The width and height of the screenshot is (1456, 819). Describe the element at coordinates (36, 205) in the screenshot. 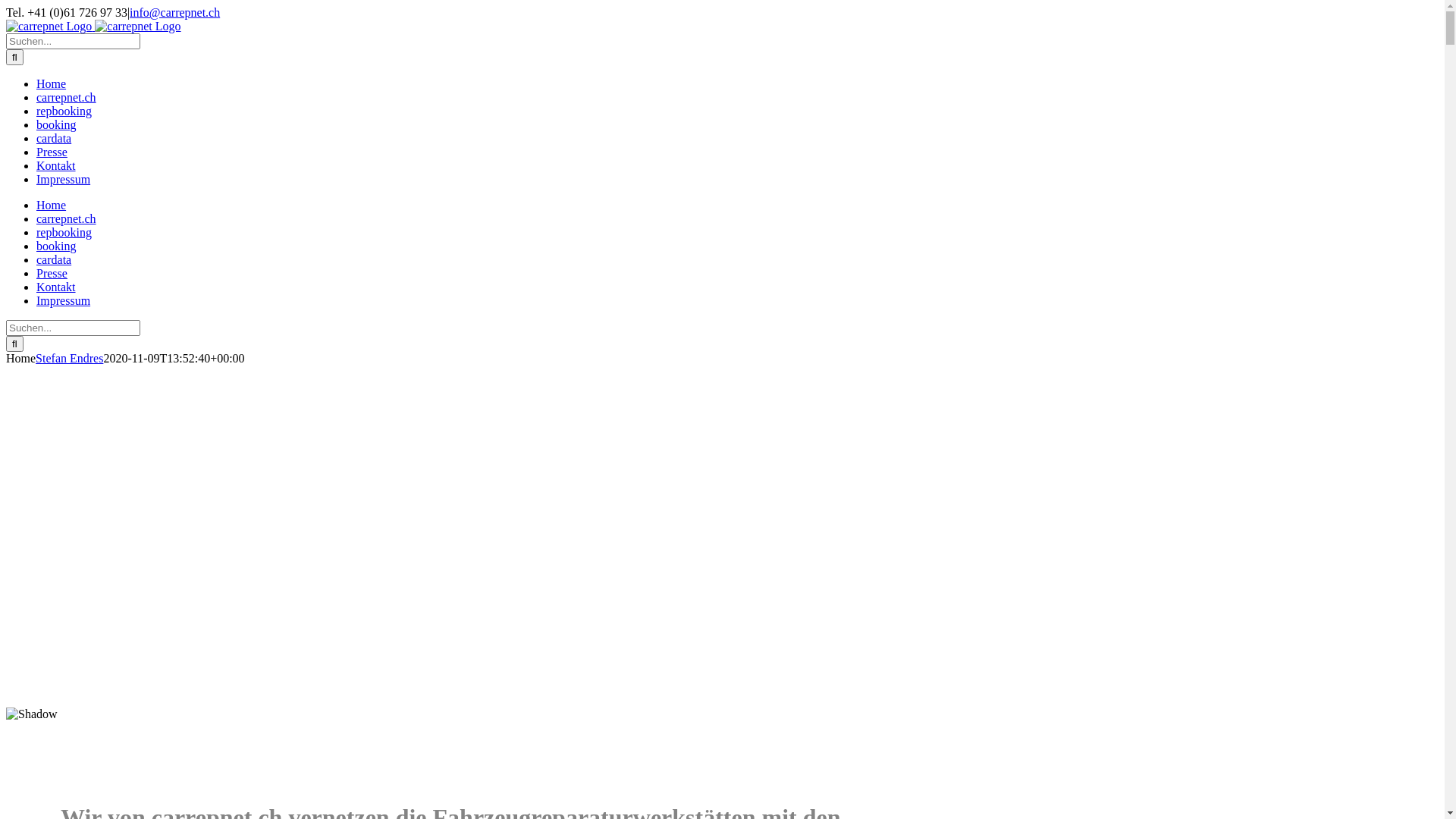

I see `'Home'` at that location.